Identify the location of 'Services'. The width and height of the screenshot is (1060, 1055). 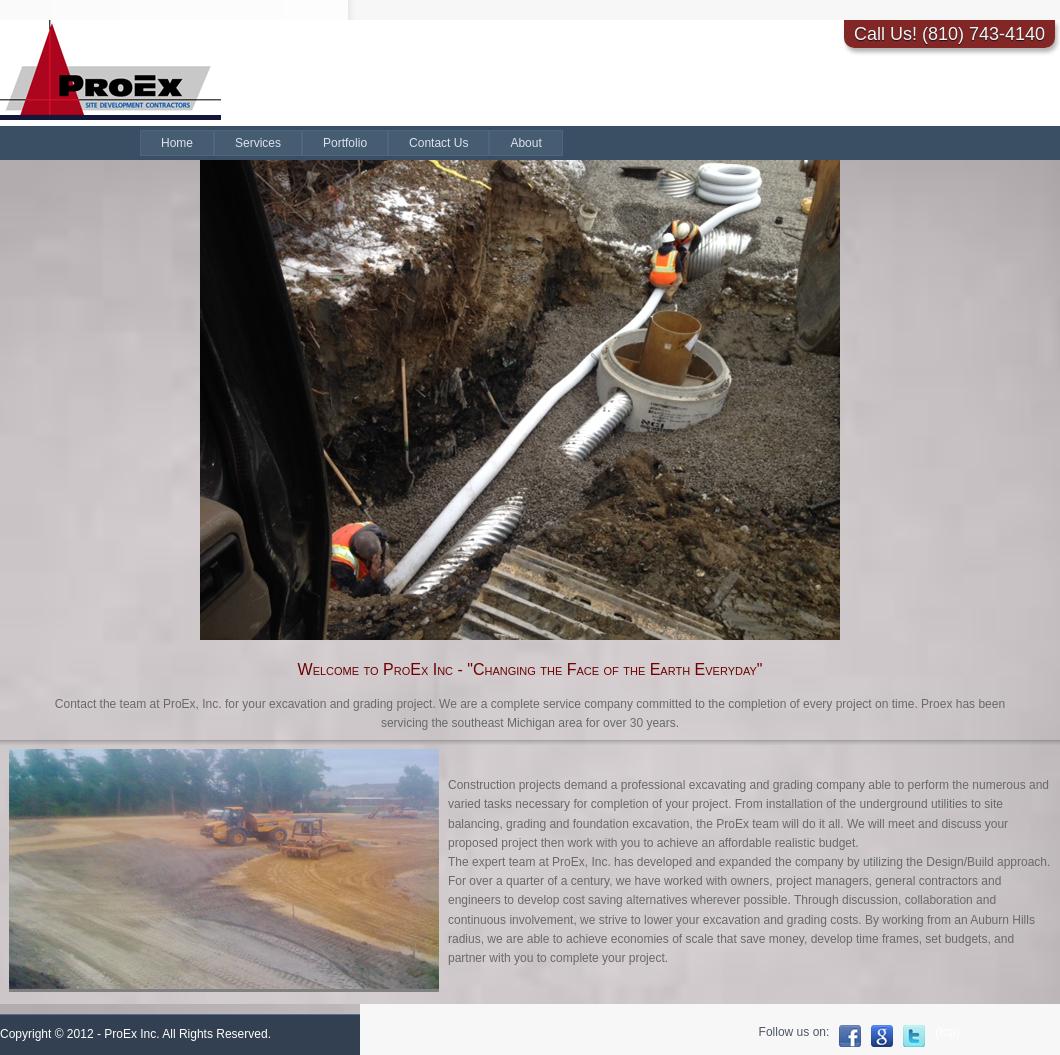
(257, 142).